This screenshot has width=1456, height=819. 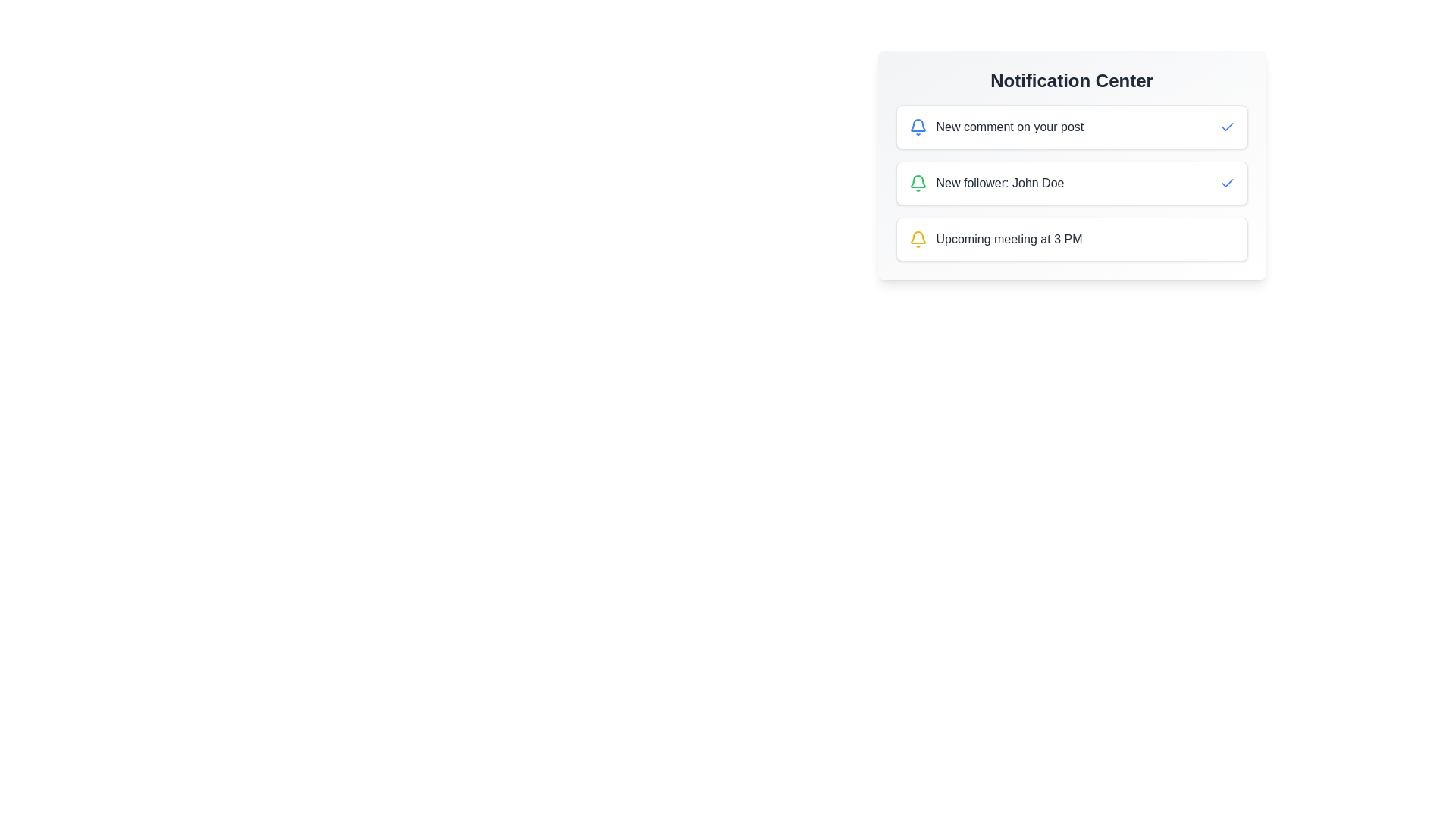 I want to click on the third notification card in the Notification Center, which has a white background, rounded corners, and displays the text 'Upcoming meeting at 3 PM.' that is struck through, so click(x=1071, y=239).